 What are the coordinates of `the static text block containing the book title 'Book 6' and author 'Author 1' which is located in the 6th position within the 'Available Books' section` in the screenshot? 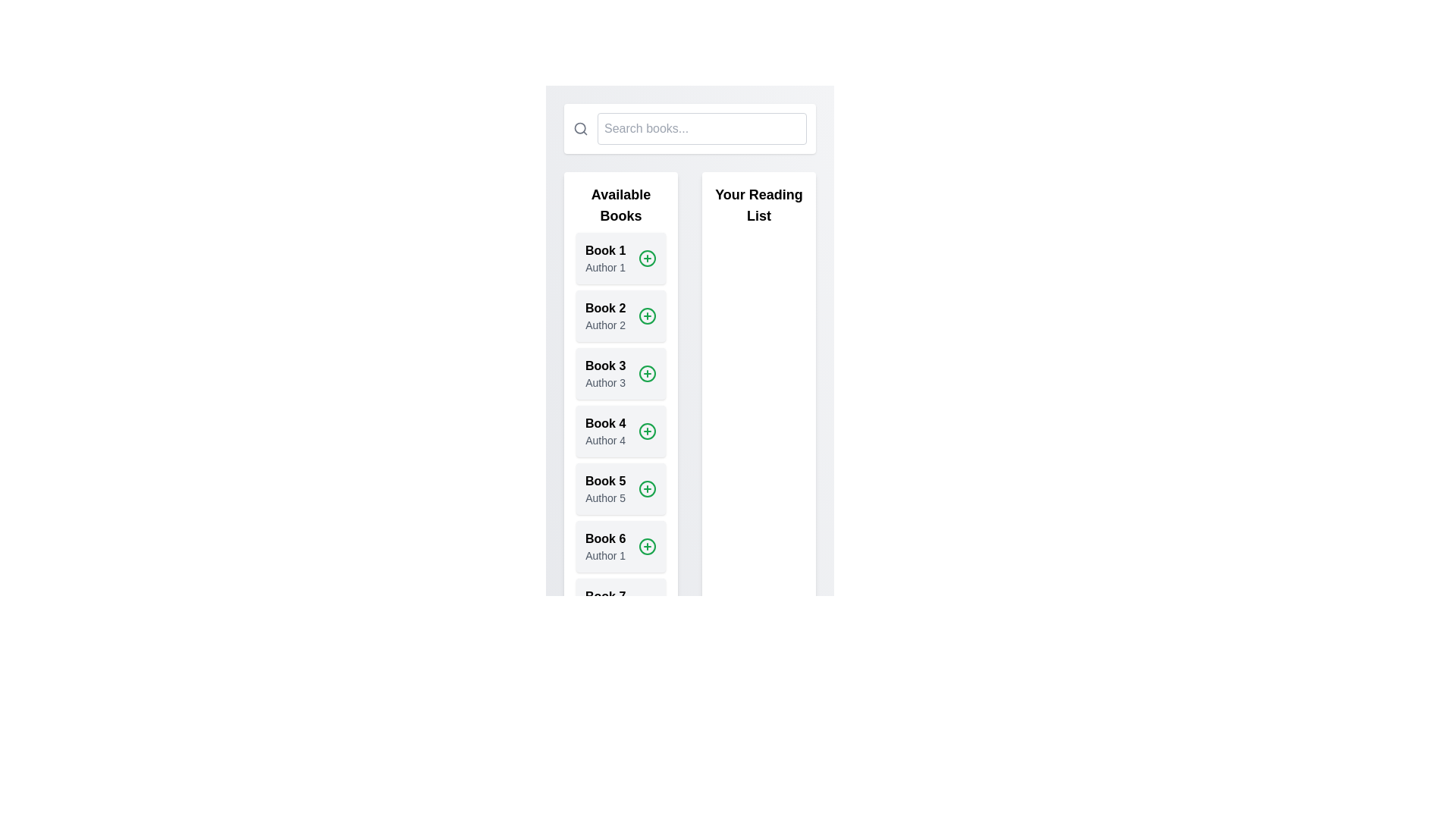 It's located at (604, 547).